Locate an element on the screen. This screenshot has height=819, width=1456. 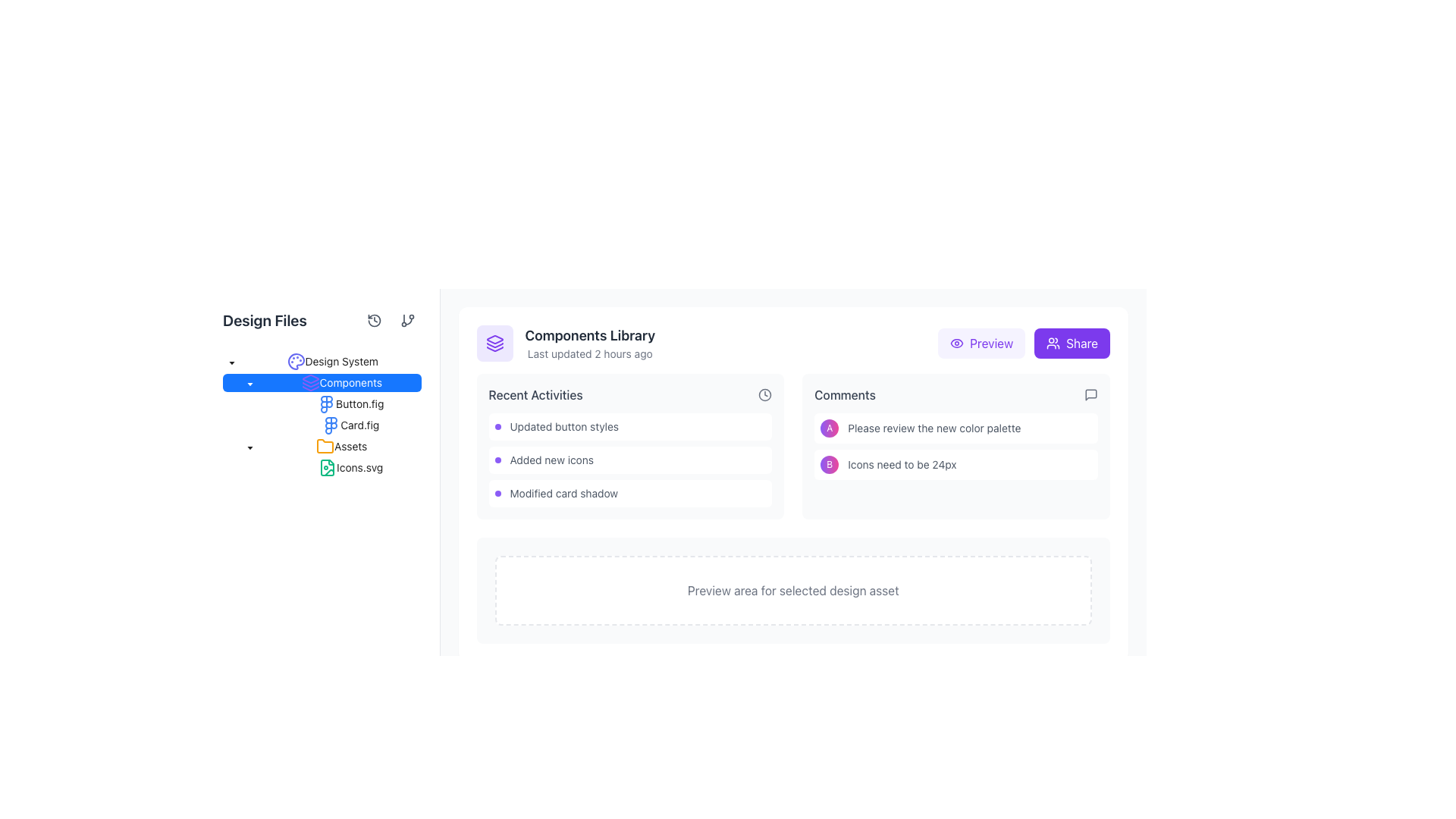
the tree node labeled 'Assets' is located at coordinates (321, 446).